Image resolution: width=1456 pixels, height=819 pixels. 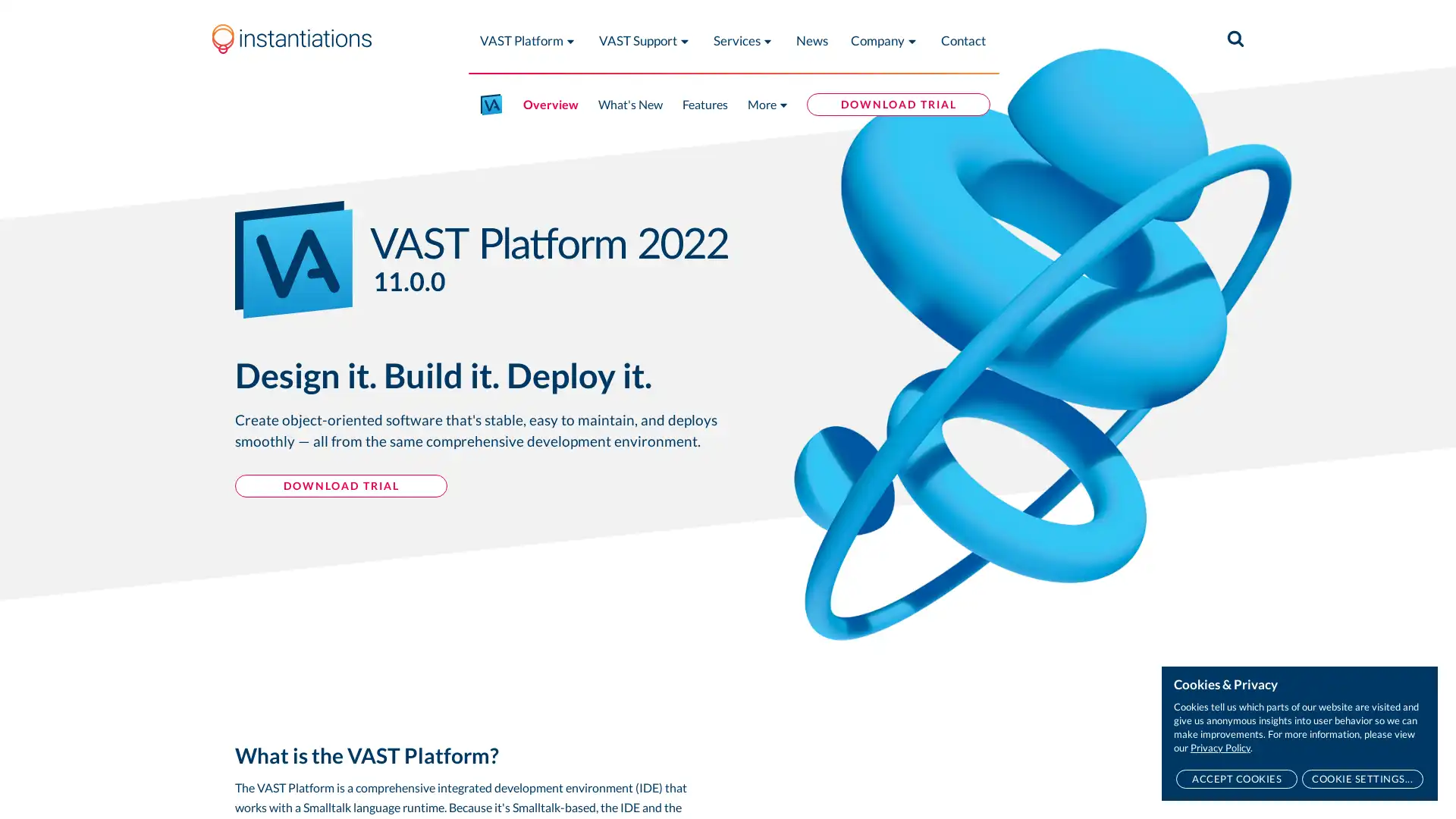 What do you see at coordinates (1236, 779) in the screenshot?
I see `ACCEPT COOKIES` at bounding box center [1236, 779].